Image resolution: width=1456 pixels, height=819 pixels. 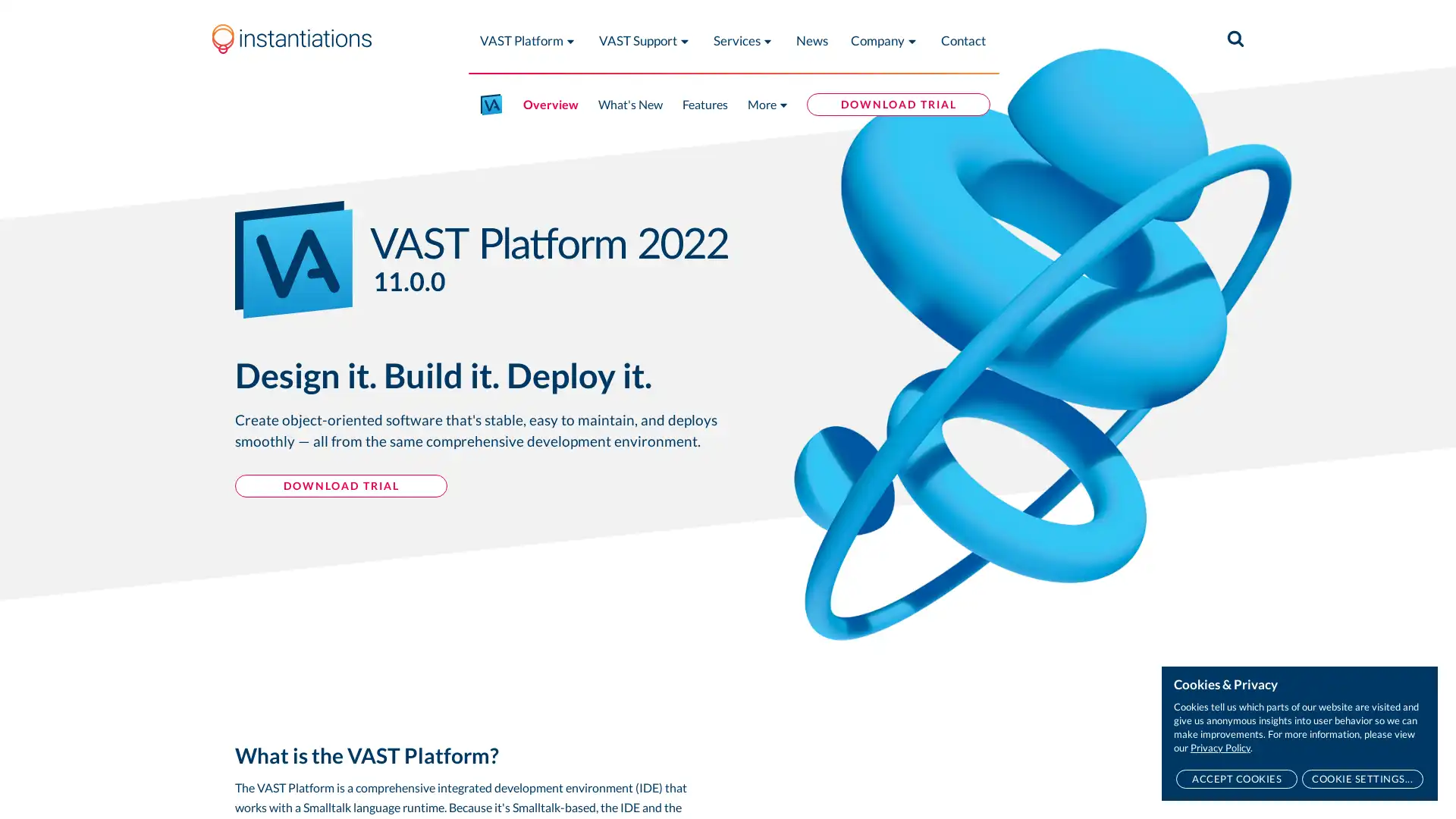 What do you see at coordinates (1236, 779) in the screenshot?
I see `ACCEPT COOKIES` at bounding box center [1236, 779].